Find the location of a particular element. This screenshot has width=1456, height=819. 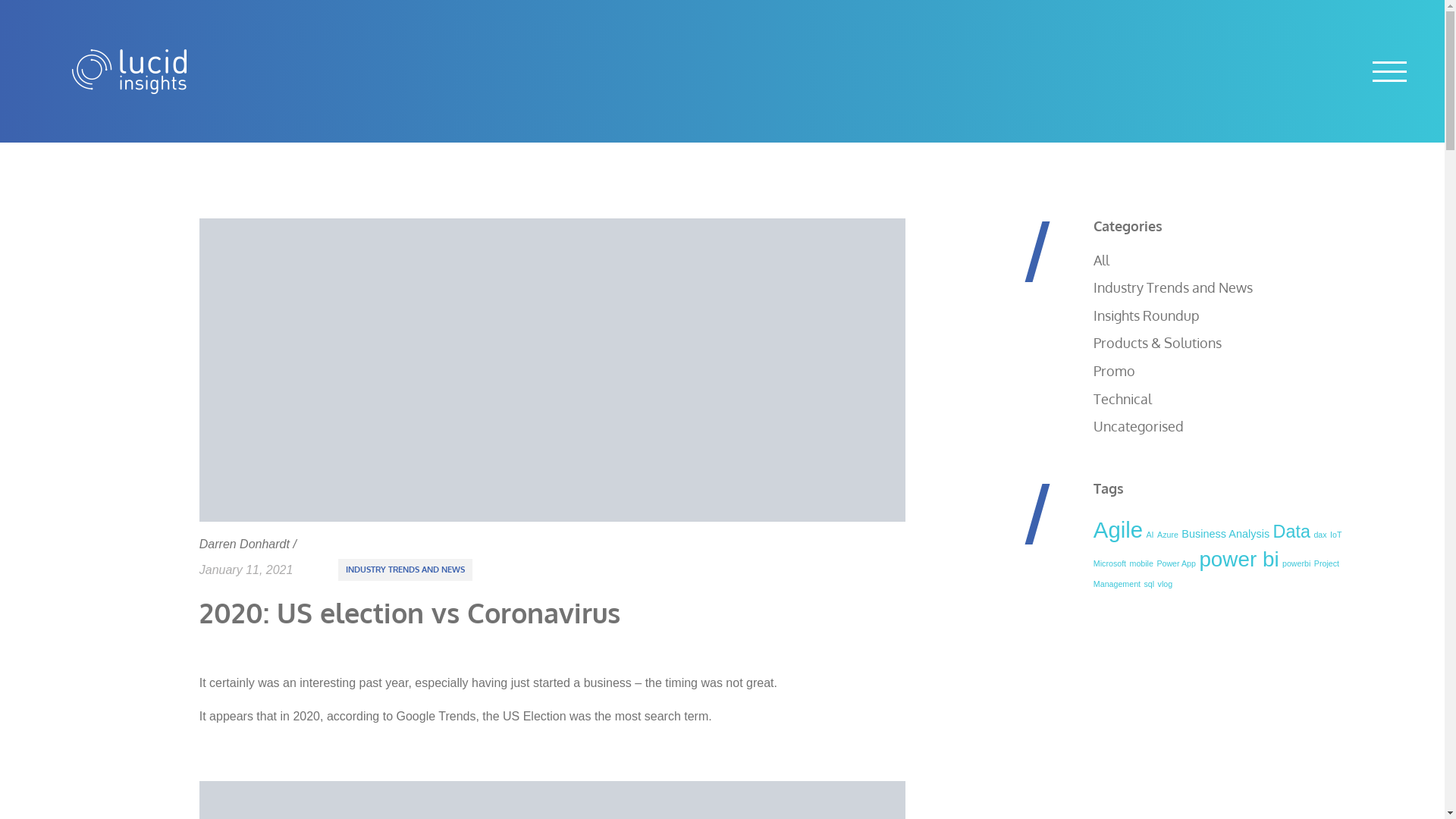

'mobile' is located at coordinates (1141, 563).